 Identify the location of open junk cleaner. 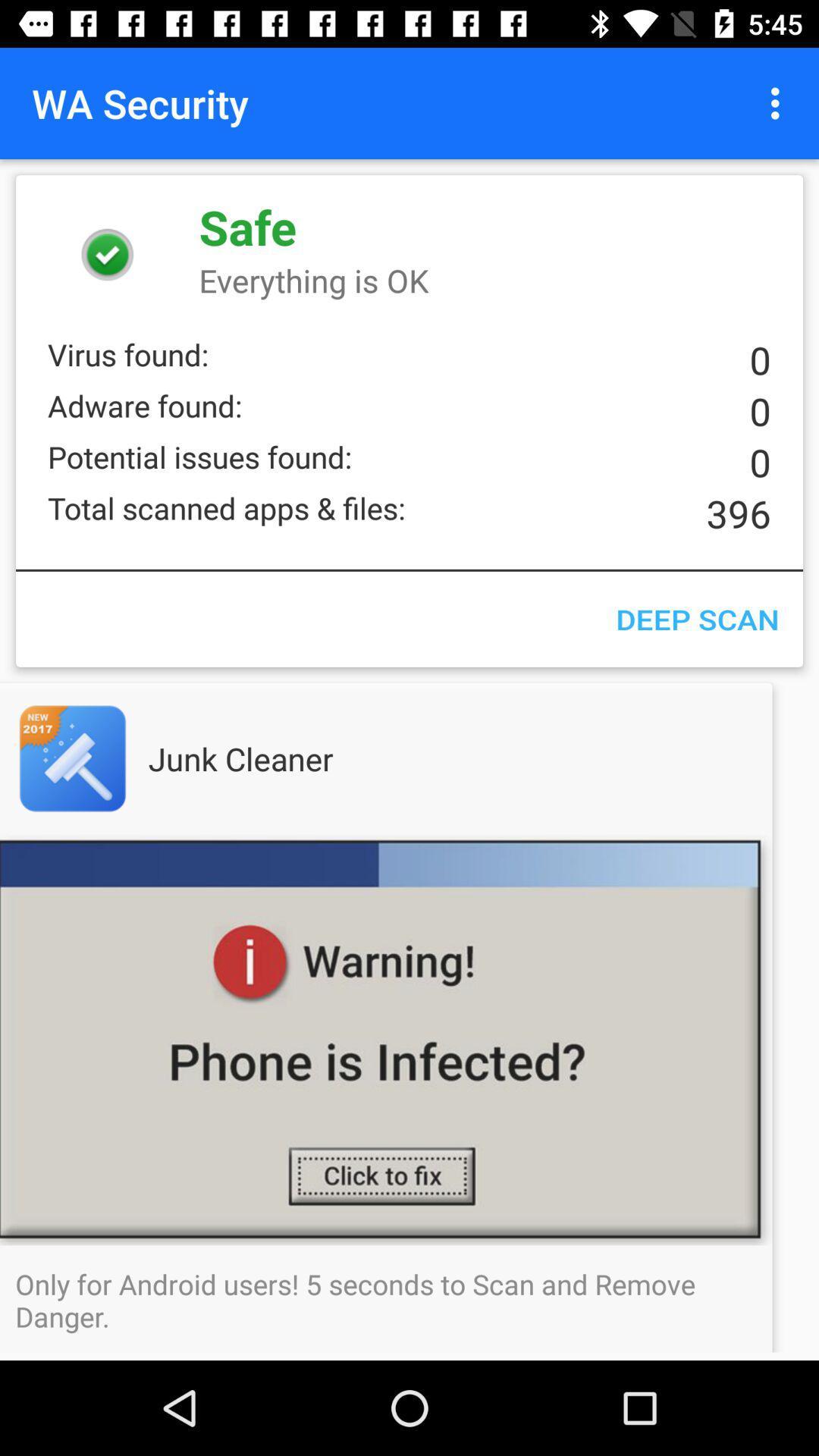
(409, 1039).